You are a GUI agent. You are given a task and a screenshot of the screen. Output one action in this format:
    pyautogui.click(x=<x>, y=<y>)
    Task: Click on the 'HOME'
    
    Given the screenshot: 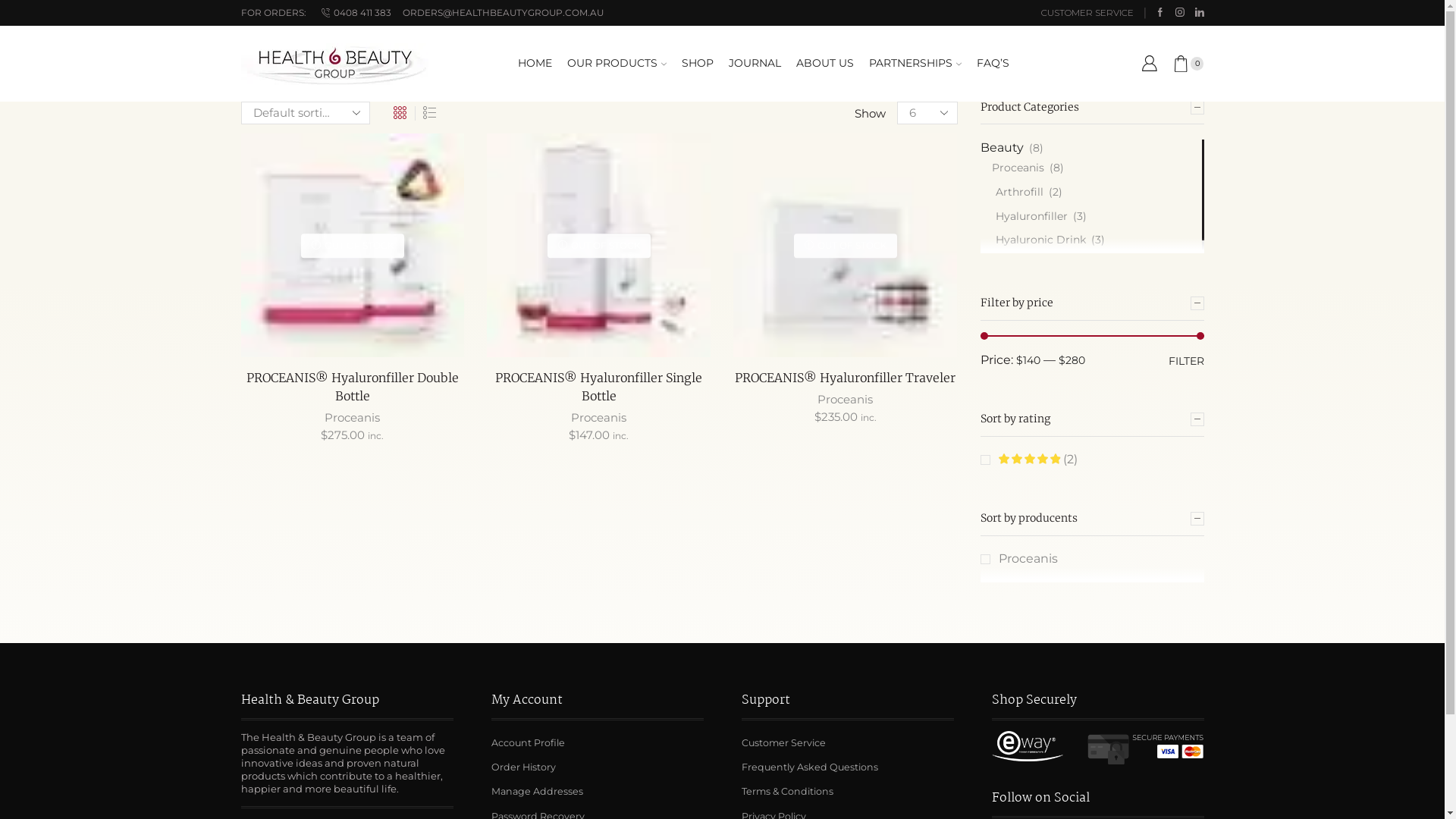 What is the action you would take?
    pyautogui.click(x=535, y=63)
    